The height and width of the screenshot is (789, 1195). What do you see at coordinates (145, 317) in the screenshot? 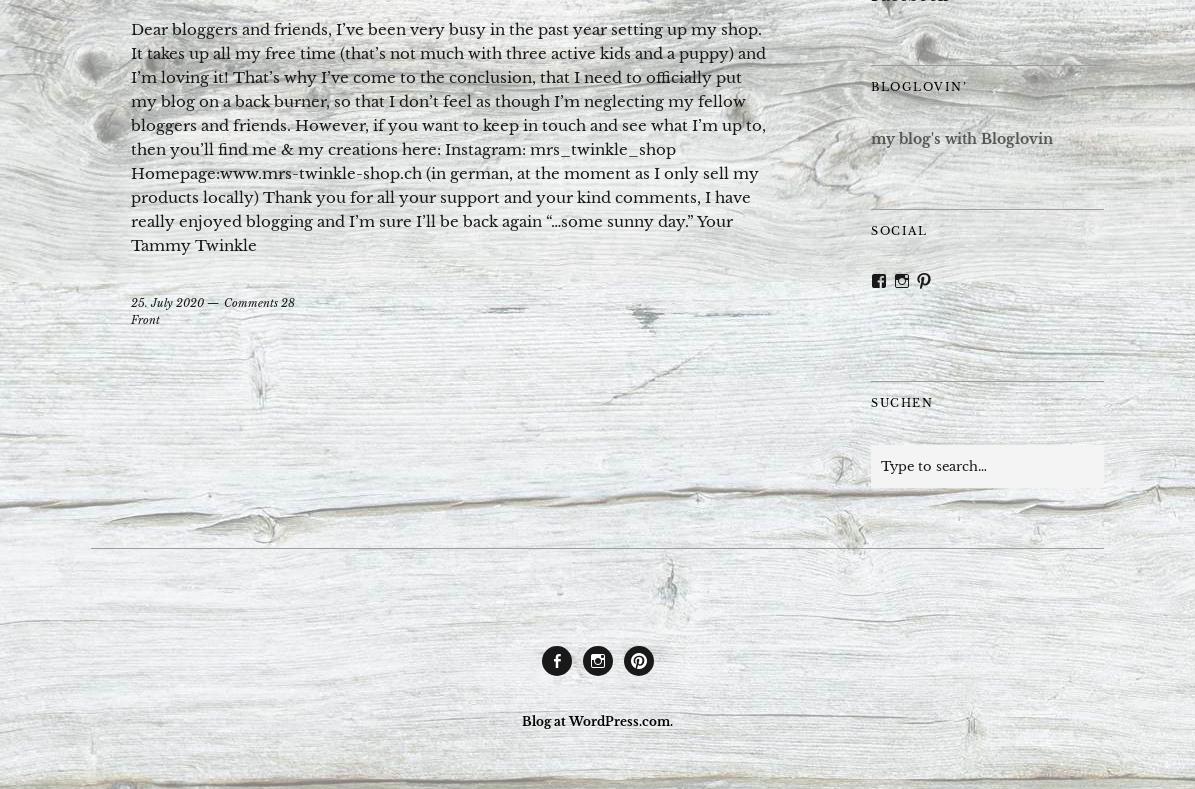
I see `'Front'` at bounding box center [145, 317].